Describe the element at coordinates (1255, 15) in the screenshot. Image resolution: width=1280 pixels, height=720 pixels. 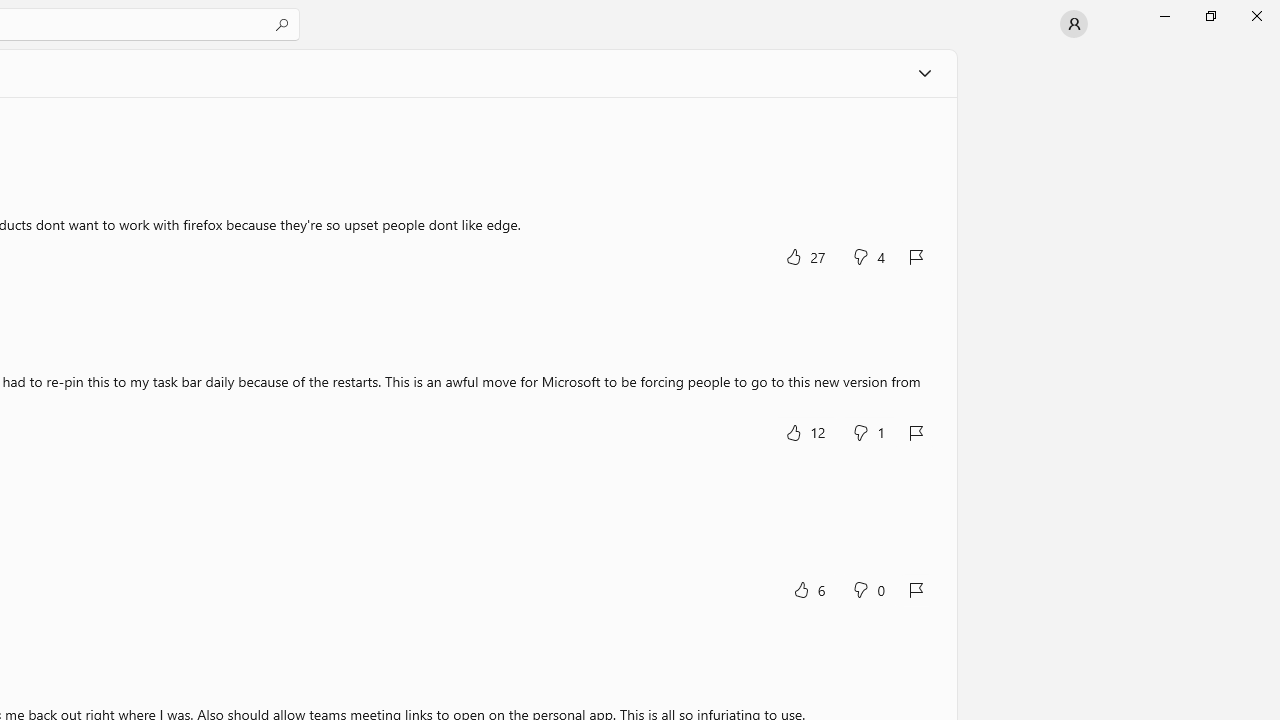
I see `'Close Microsoft Store'` at that location.